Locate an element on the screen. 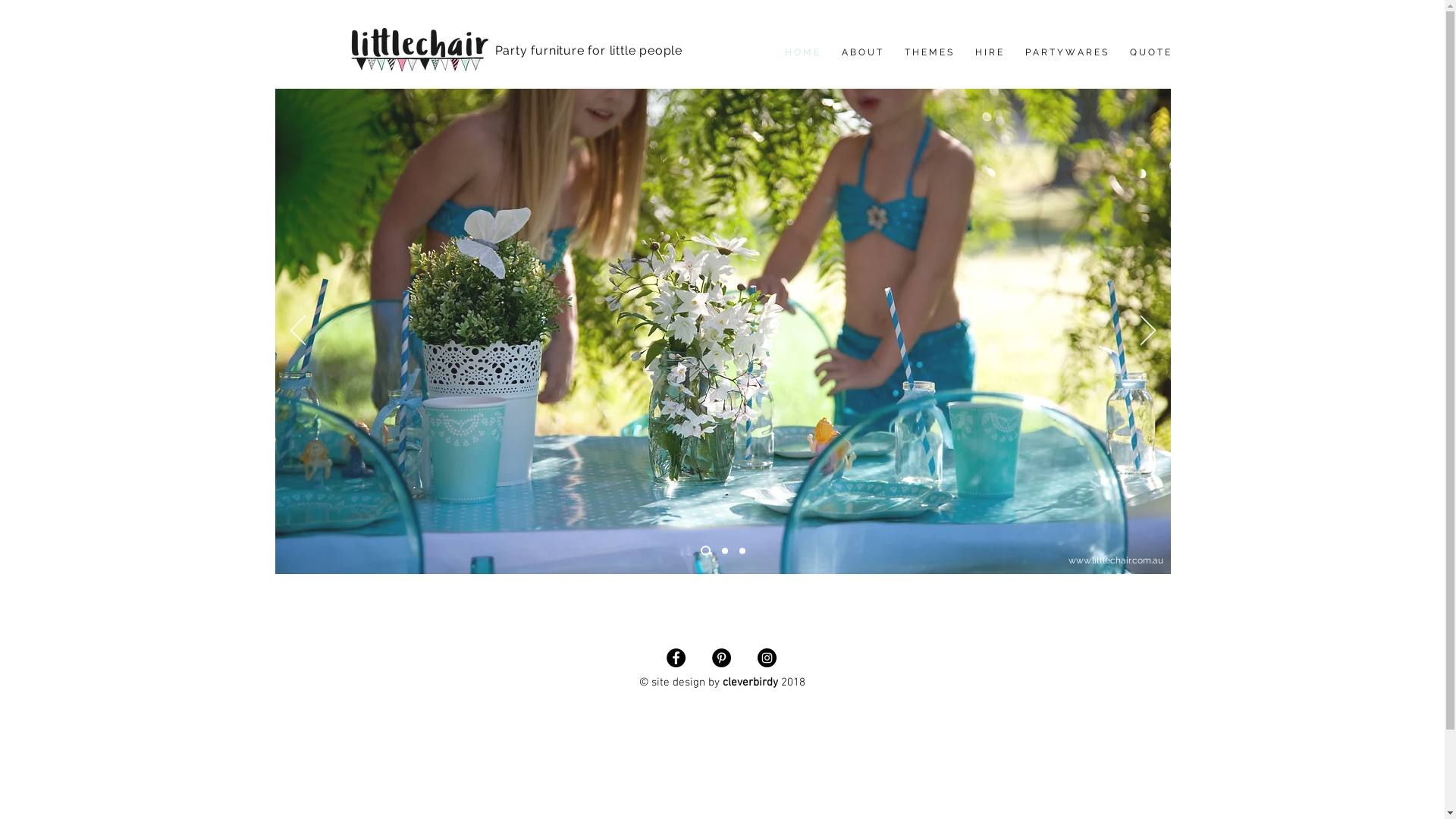 The image size is (1456, 819). 'www.littlechair.com.au' is located at coordinates (1066, 560).